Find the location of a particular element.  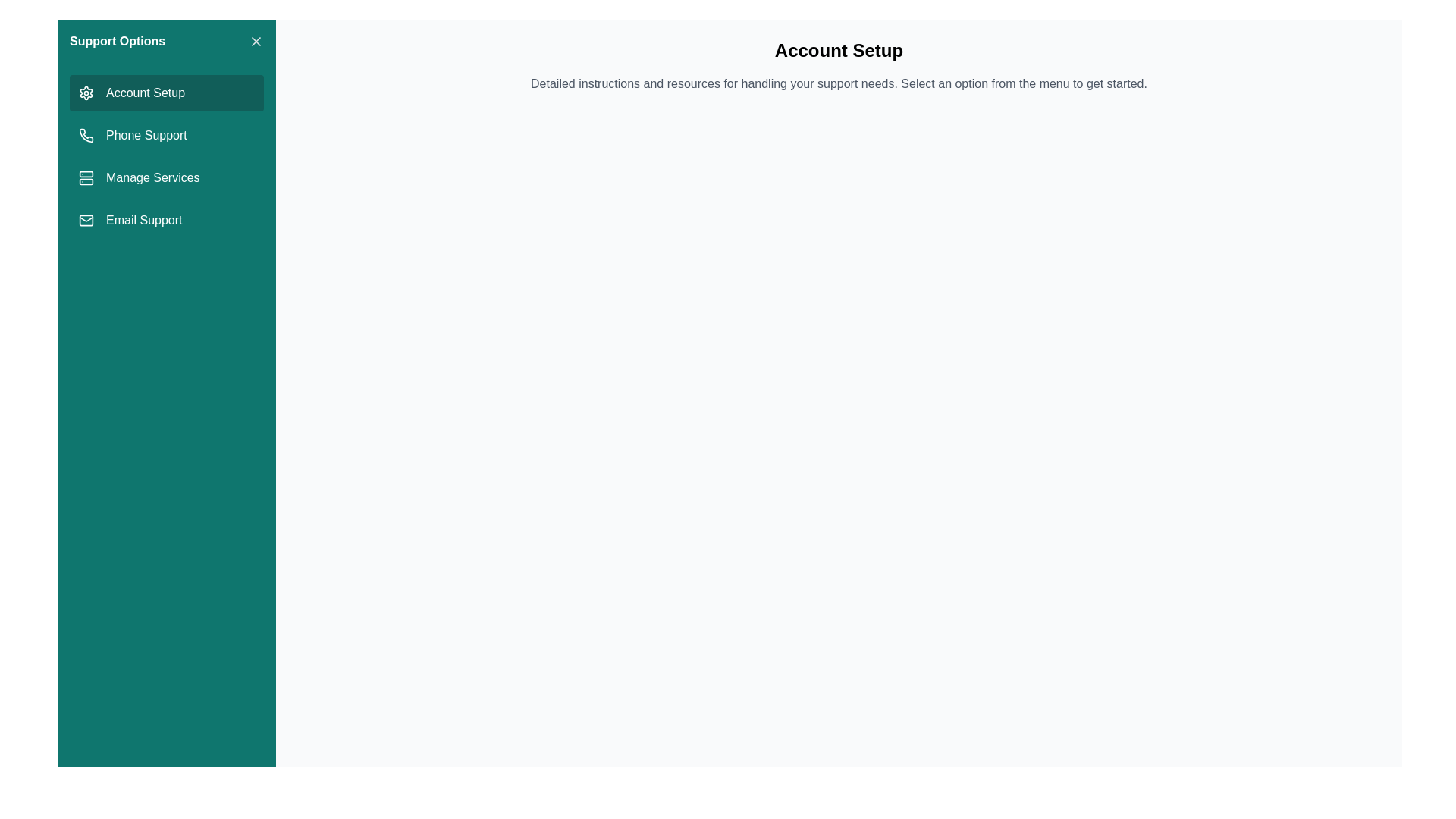

the small 'X' icon on a green background located in the top-right corner of the 'Support Options' section is located at coordinates (256, 40).